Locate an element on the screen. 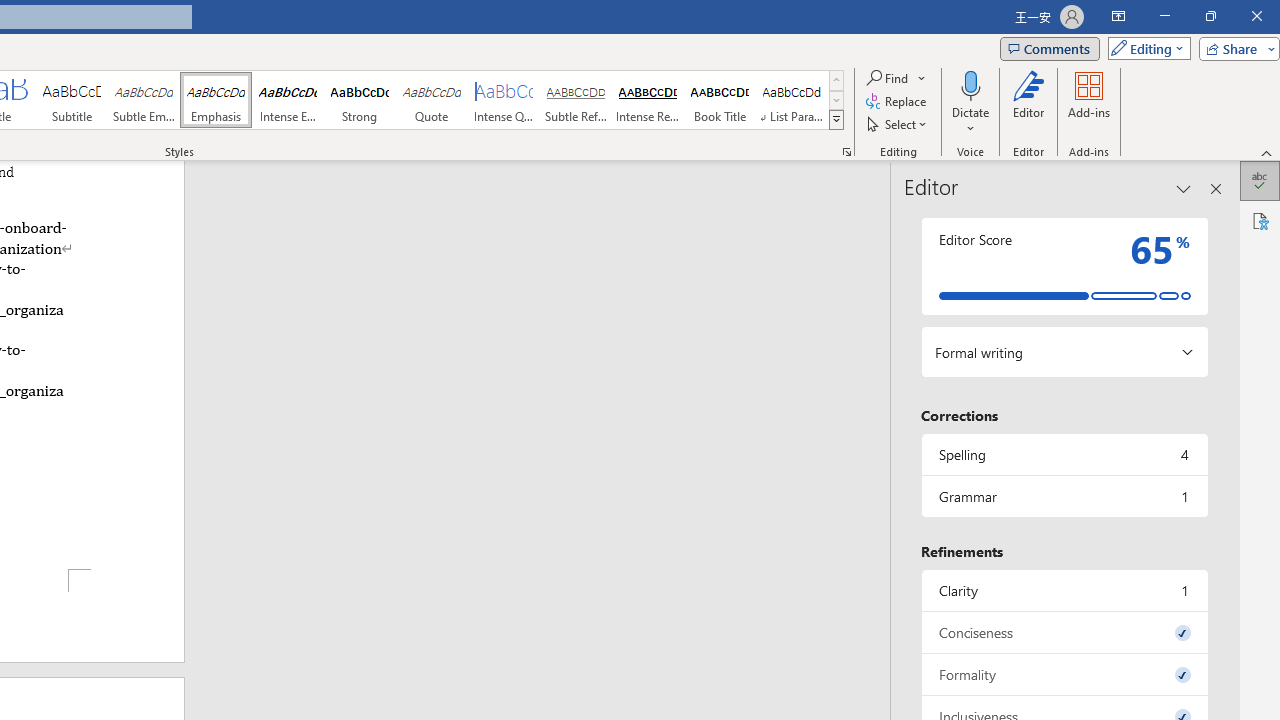 The height and width of the screenshot is (720, 1280). 'Accessibility' is located at coordinates (1259, 221).